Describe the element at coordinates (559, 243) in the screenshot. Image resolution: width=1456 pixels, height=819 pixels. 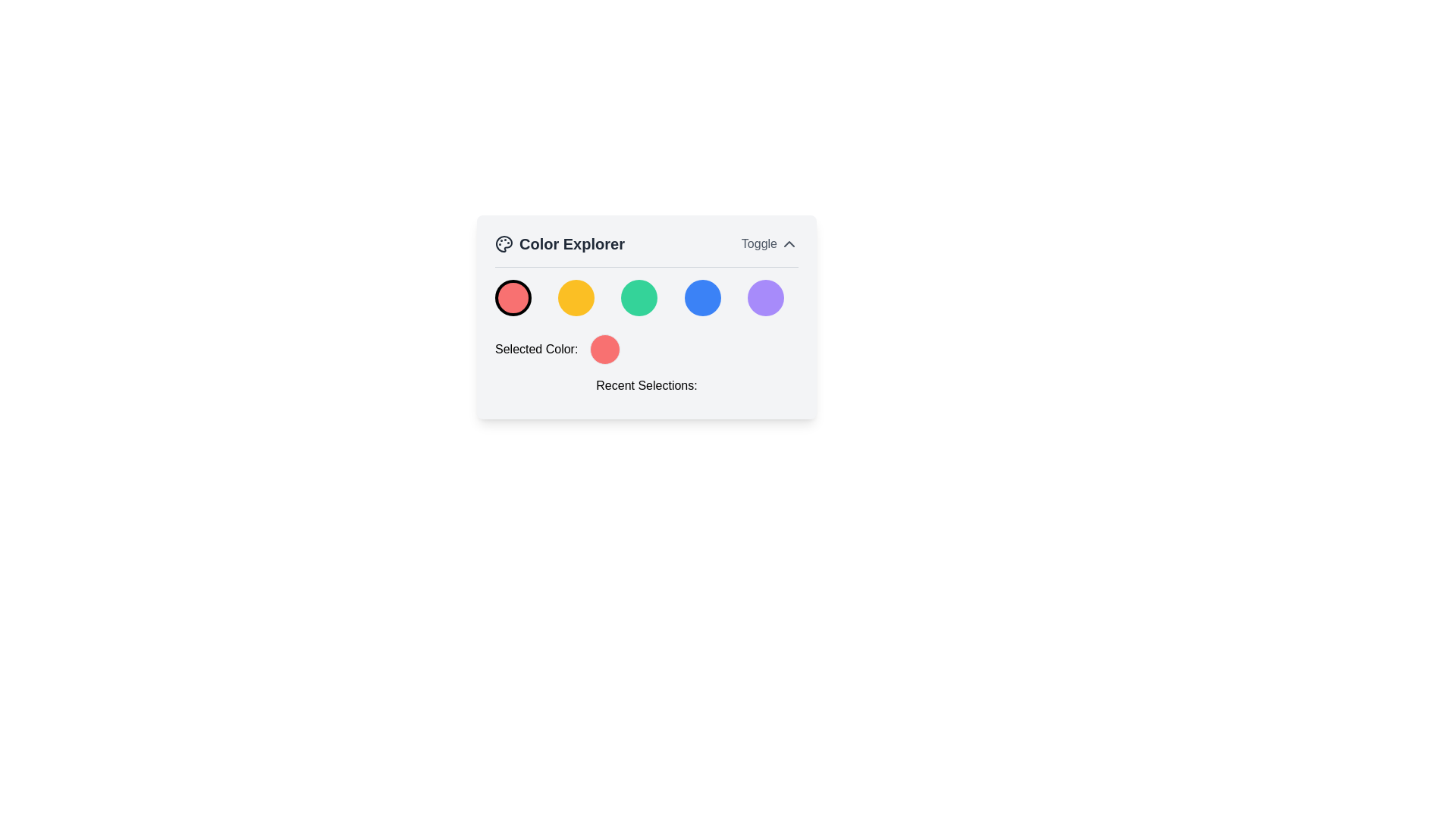
I see `the header label positioned in the upper-left section of the panel, which serves as the title for the surrounding interface` at that location.